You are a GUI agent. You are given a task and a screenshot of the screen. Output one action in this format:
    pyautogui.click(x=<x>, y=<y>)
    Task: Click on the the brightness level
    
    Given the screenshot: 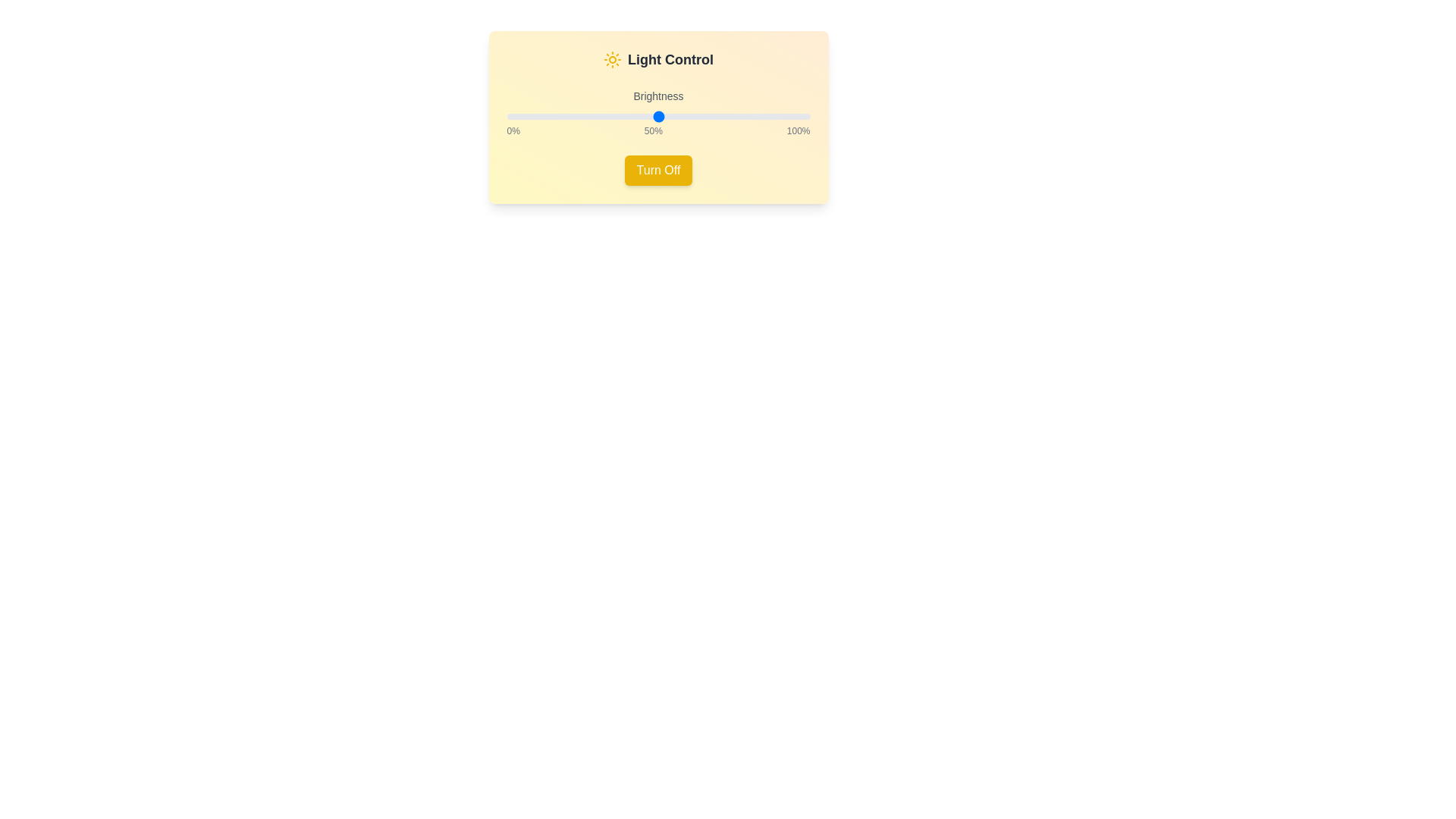 What is the action you would take?
    pyautogui.click(x=688, y=116)
    